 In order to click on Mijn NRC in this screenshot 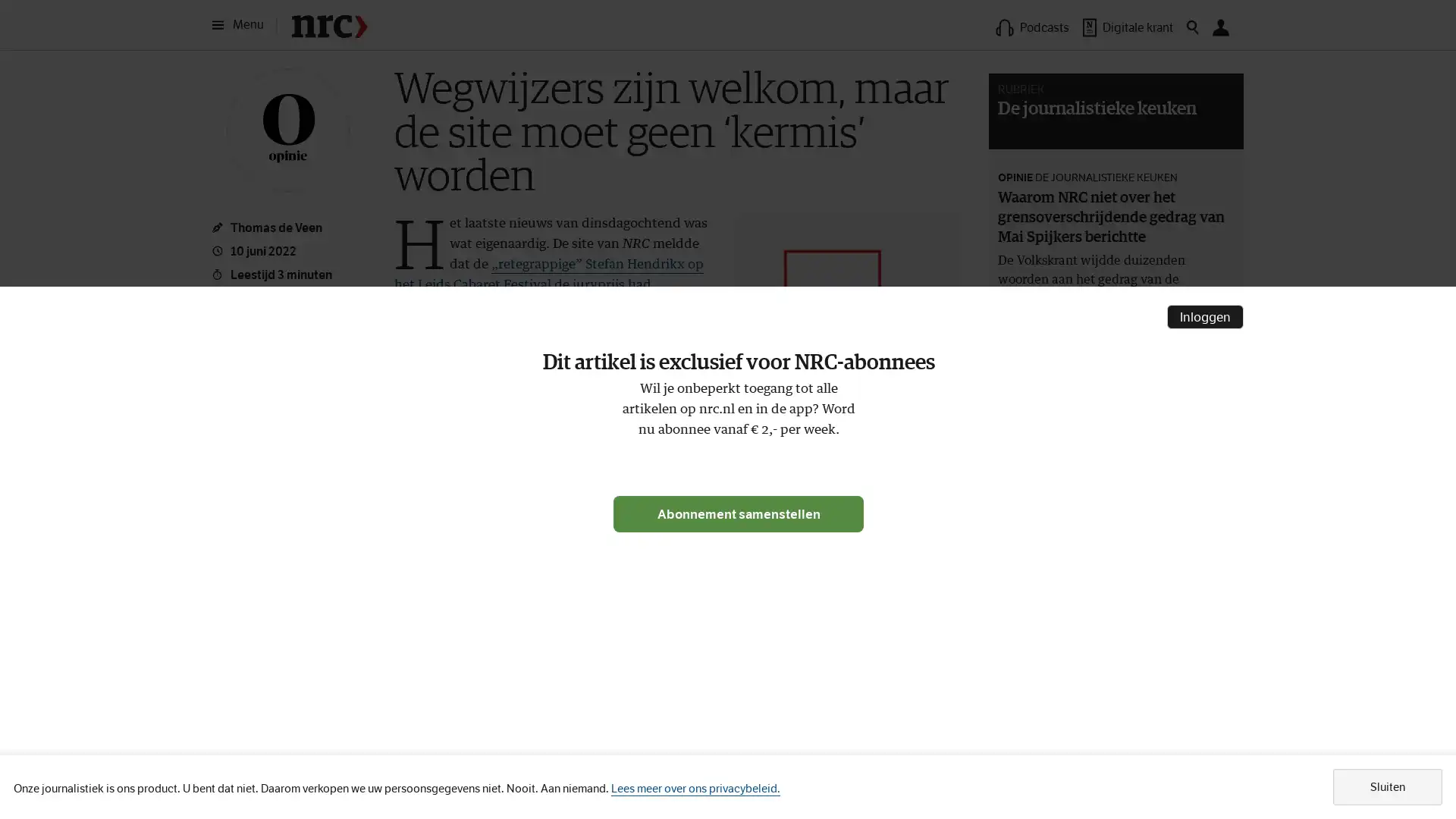, I will do `click(1220, 27)`.